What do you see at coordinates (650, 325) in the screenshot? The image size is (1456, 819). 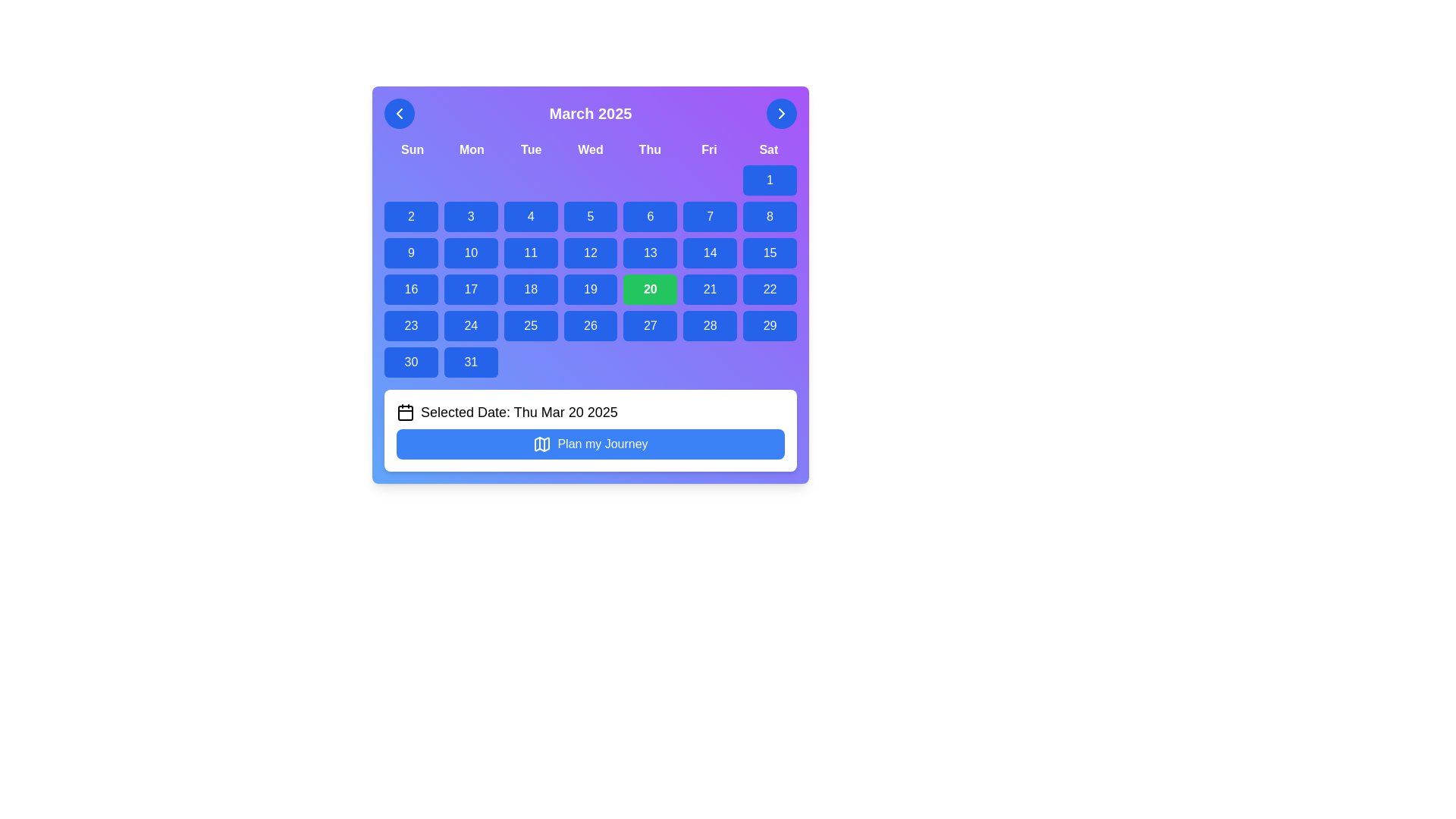 I see `the blue button labeled '27'` at bounding box center [650, 325].